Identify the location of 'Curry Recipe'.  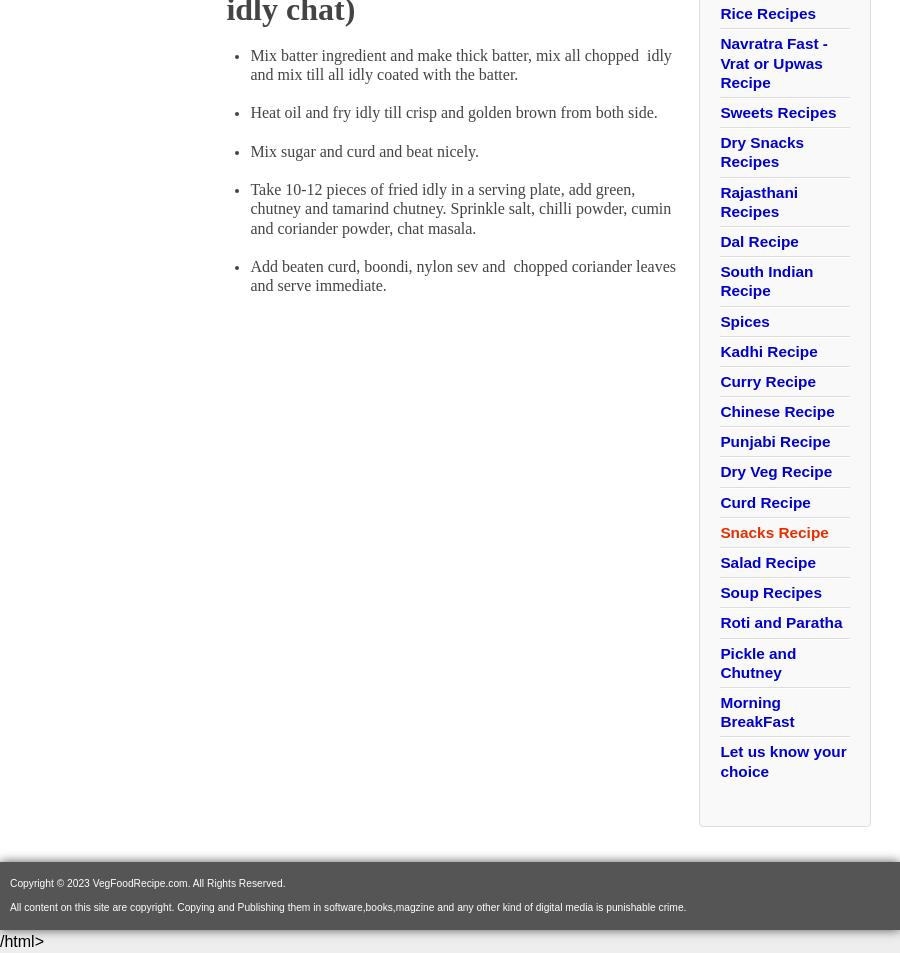
(766, 379).